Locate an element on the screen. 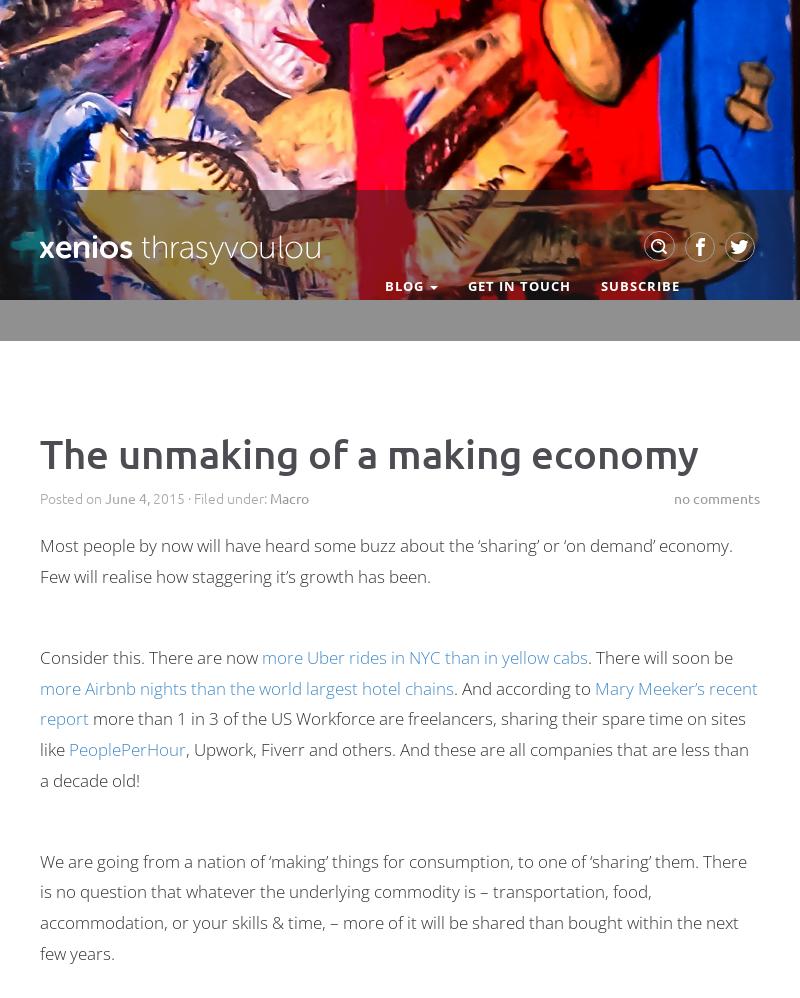  'Macro' is located at coordinates (289, 497).